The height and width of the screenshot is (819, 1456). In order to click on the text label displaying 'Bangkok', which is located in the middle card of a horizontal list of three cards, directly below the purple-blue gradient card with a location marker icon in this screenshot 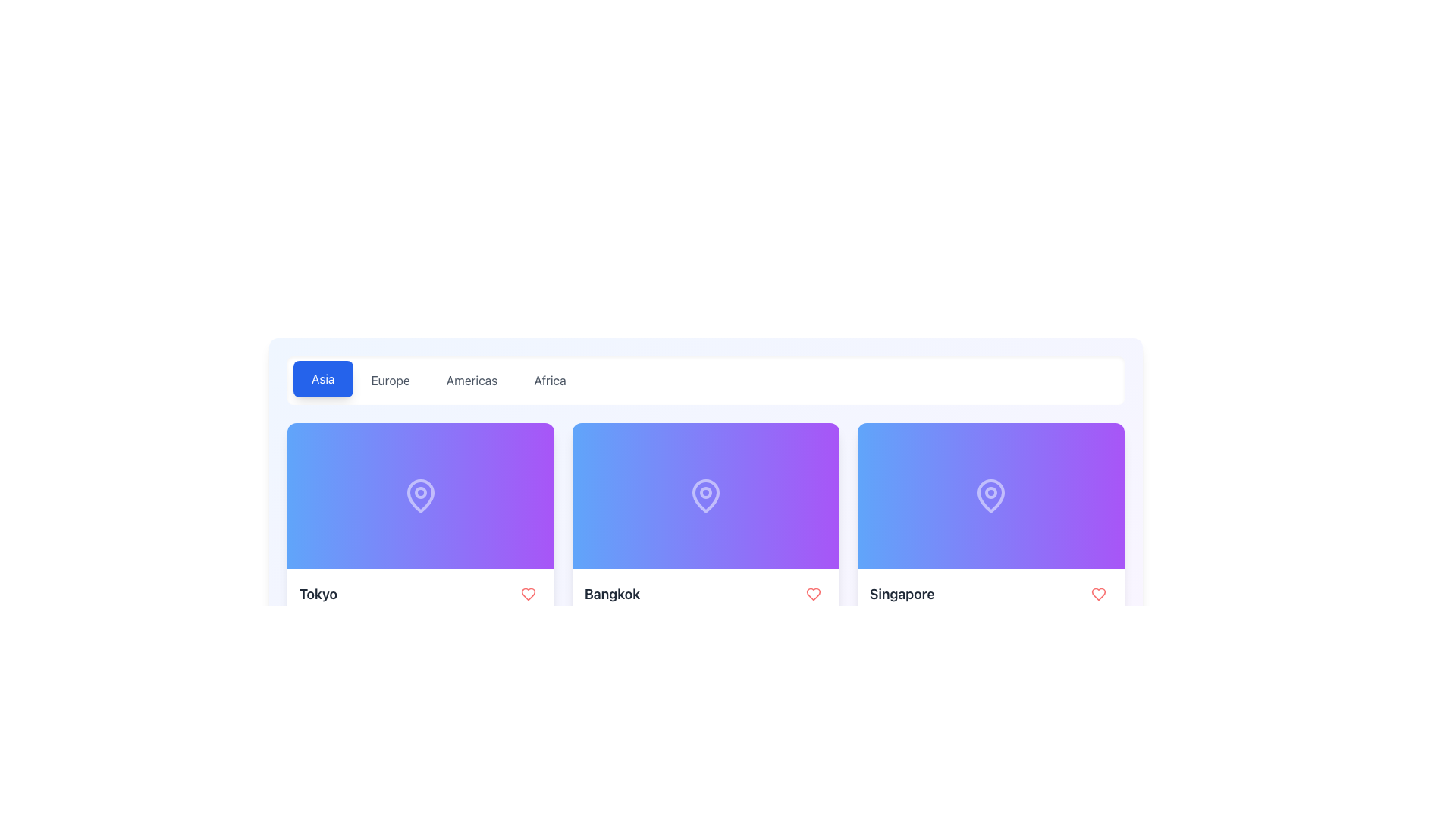, I will do `click(612, 593)`.